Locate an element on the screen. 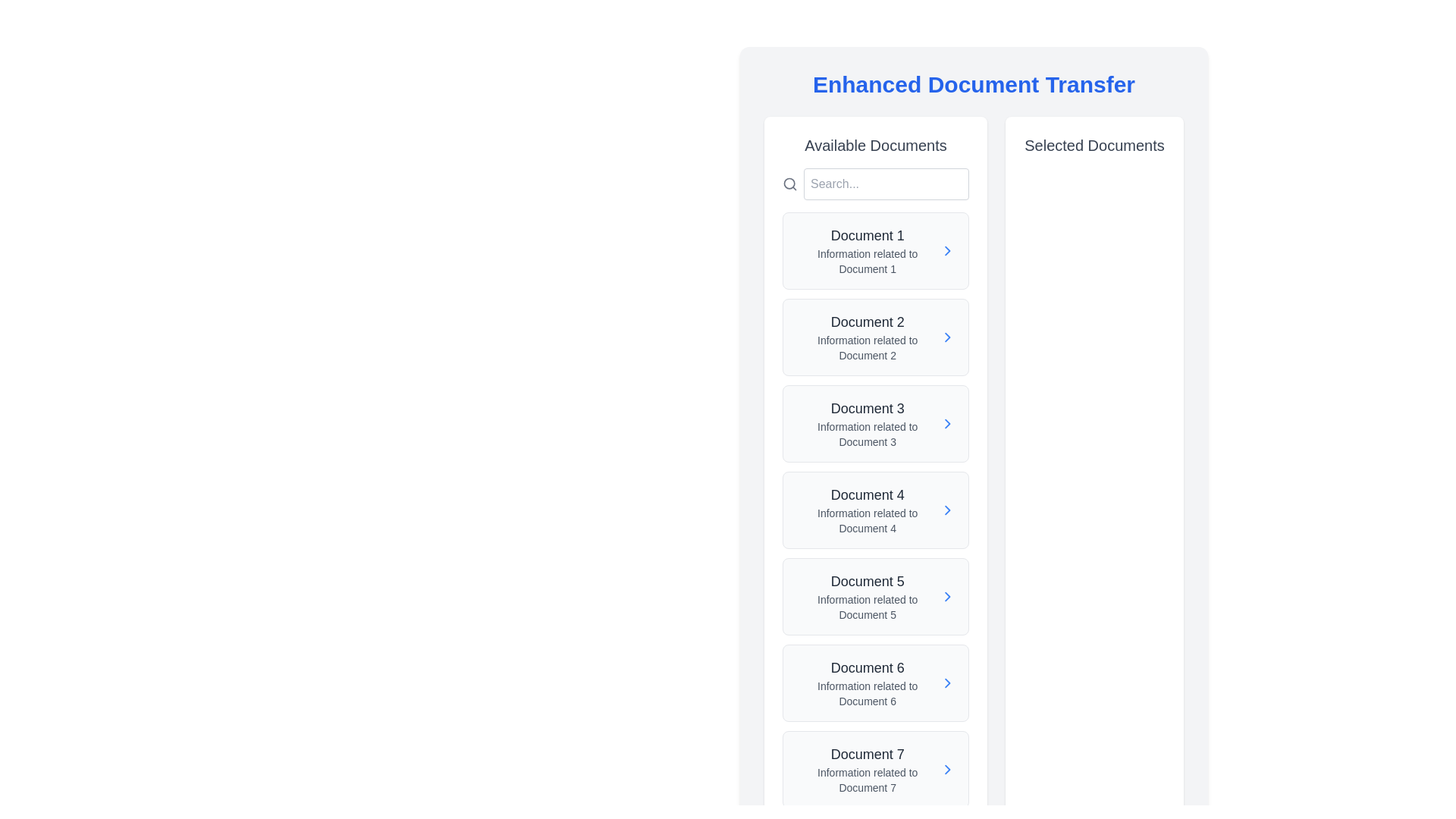  the right-pointing chevron button adjacent to 'Document 7' in the 'Available Documents' section to observe hover effects is located at coordinates (947, 769).